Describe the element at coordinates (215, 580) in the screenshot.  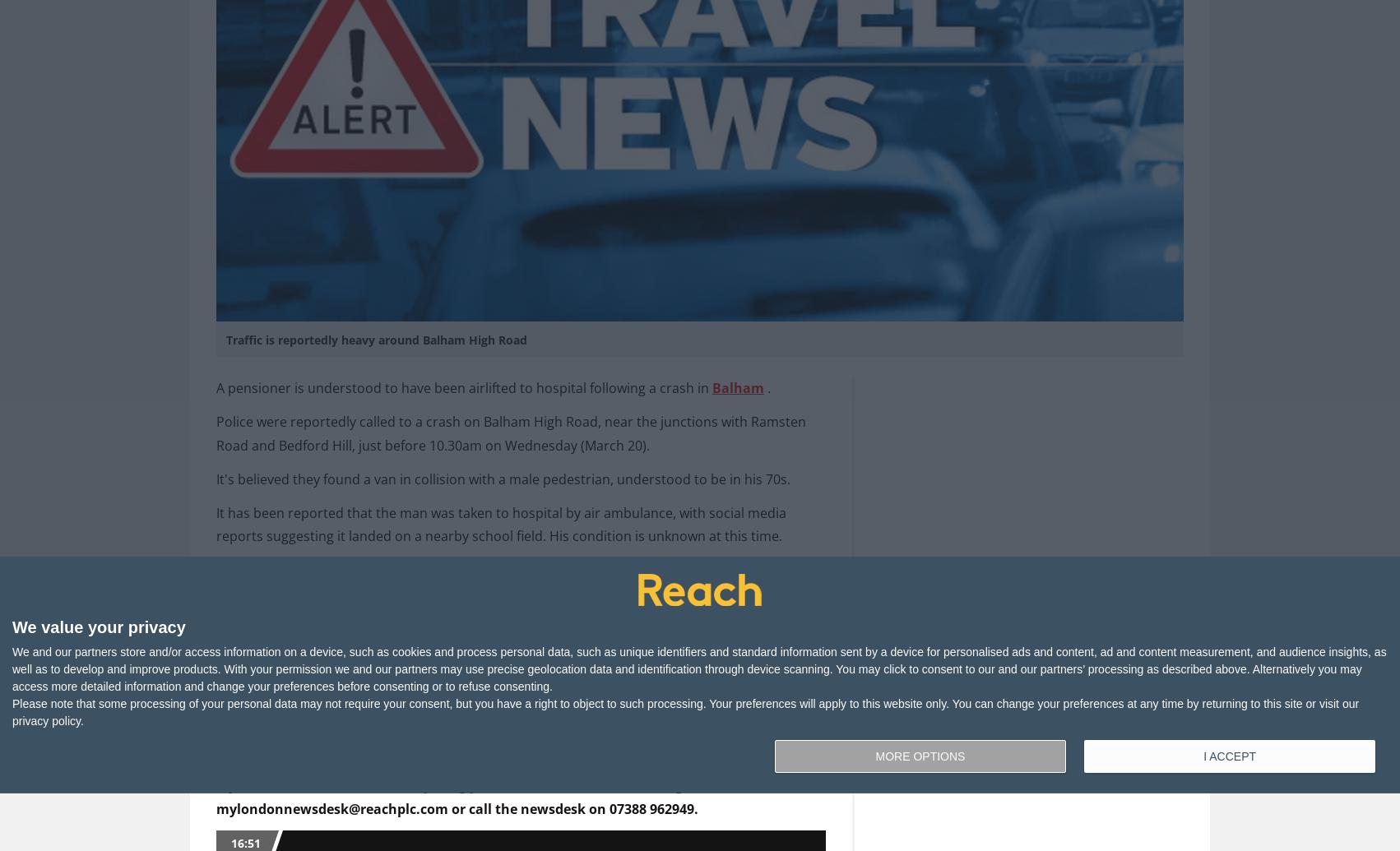
I see `'High Road is still closed in both directions, with heavy traffic in the area and seven bus routes diverted.'` at that location.